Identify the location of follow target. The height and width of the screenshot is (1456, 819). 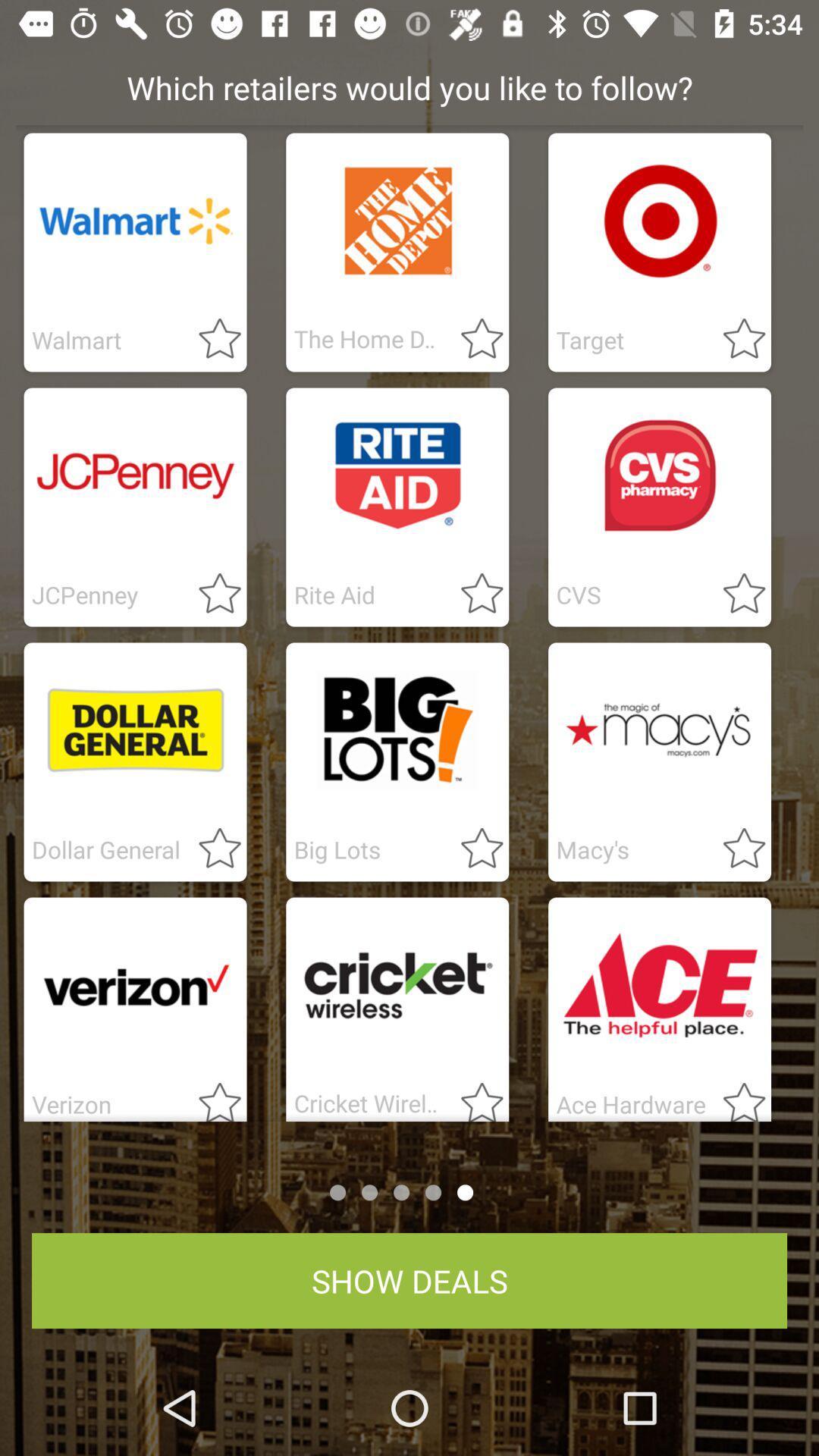
(734, 339).